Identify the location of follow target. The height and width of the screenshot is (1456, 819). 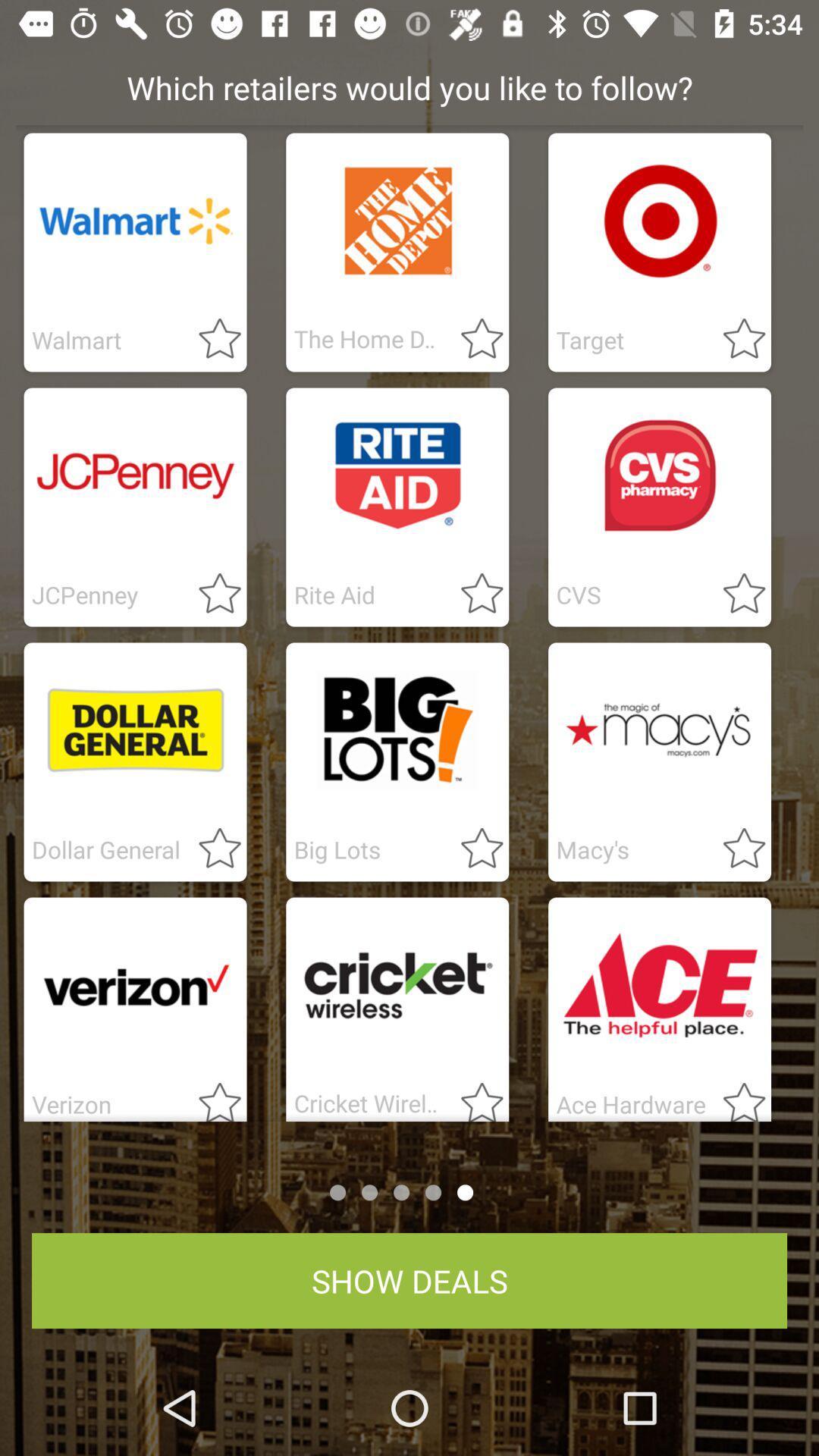
(734, 339).